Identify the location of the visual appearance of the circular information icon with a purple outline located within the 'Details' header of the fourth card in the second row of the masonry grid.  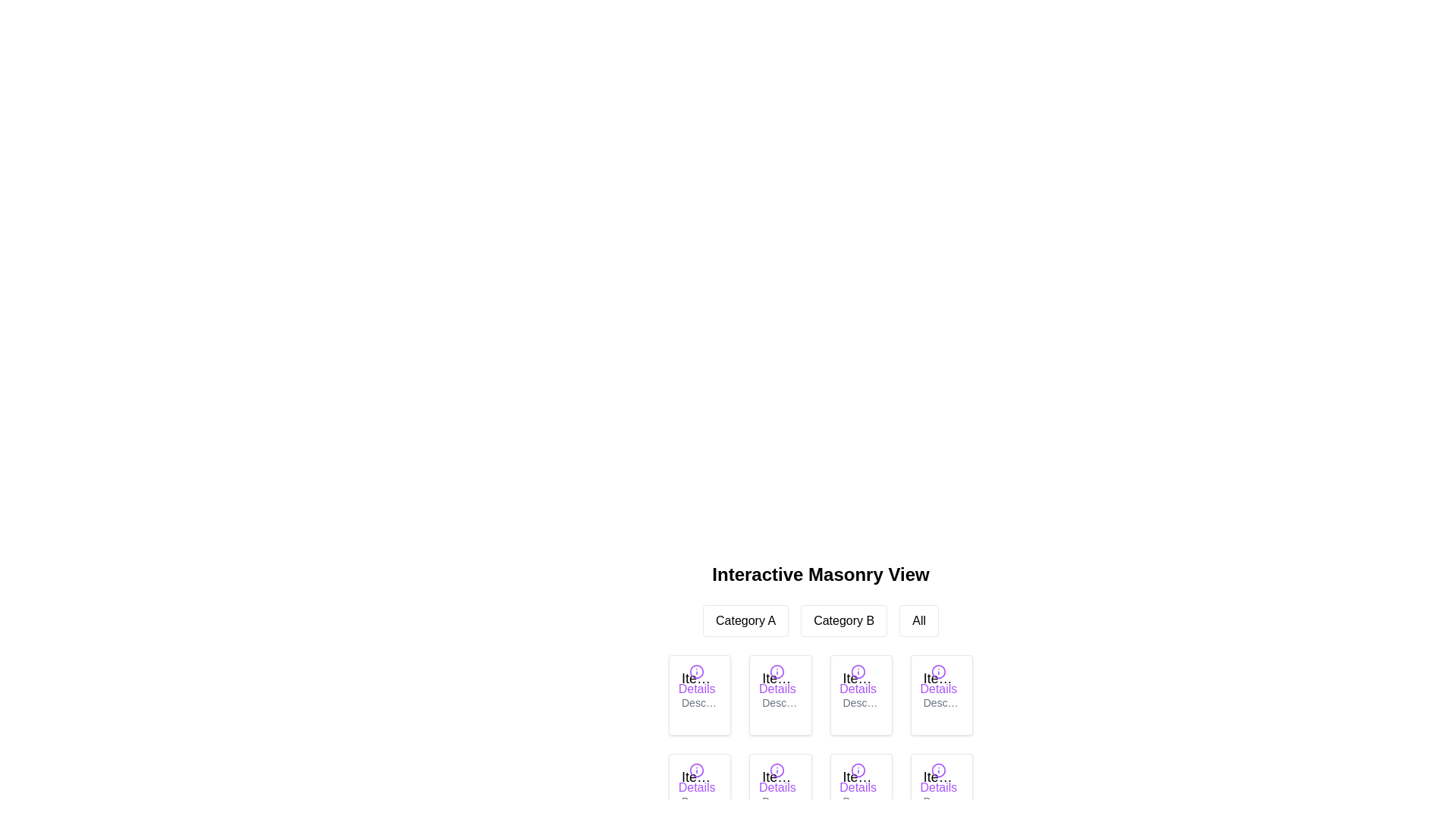
(937, 670).